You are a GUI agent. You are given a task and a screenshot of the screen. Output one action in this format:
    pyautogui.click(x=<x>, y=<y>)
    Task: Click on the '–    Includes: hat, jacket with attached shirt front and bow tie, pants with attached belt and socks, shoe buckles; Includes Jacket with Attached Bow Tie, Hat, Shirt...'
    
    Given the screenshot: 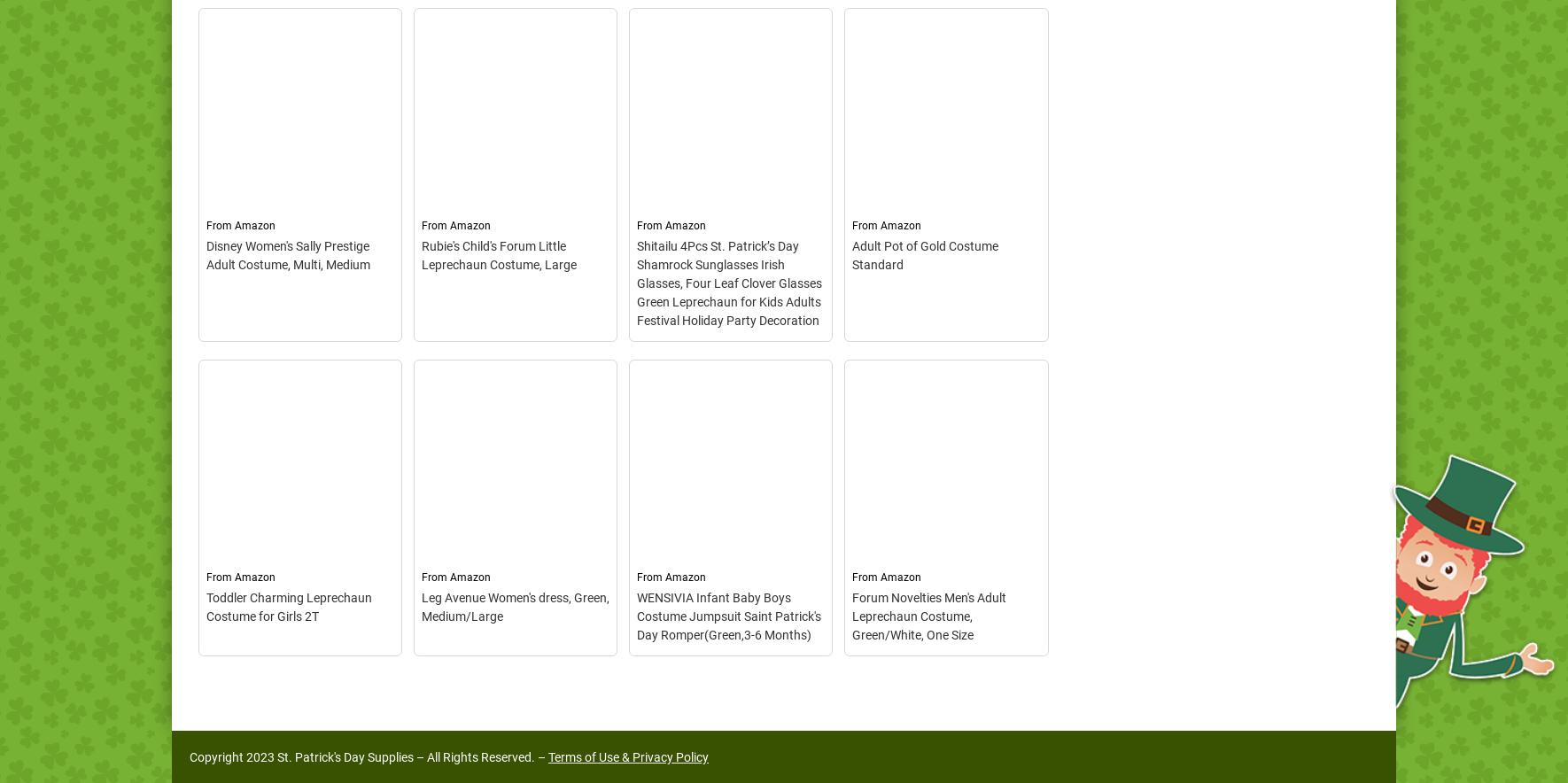 What is the action you would take?
    pyautogui.click(x=513, y=556)
    